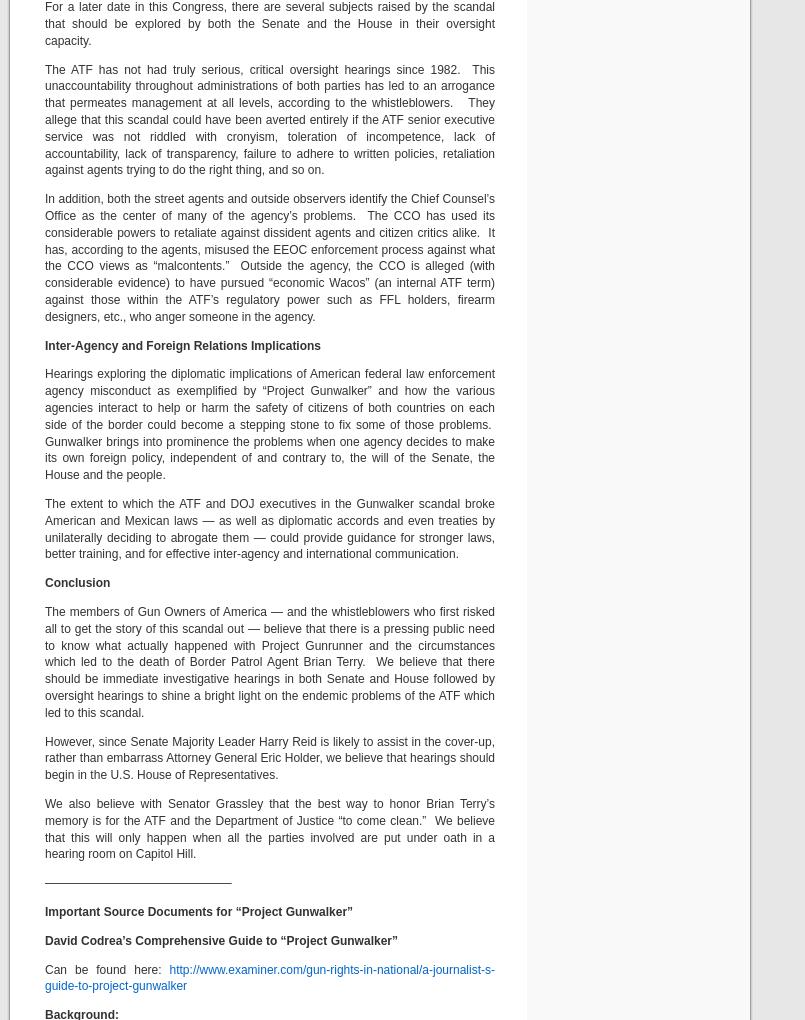  I want to click on 'In addition, both the street agents  and outside observers identify the Chief Counsel’s Office as the center  of many of the agency’s problems.  The CCO has used its considerable  powers to retaliate against dissident agents and citizen critics alike.   It has, according to the agents, misused the EEOC enforcement process  against what the CCO views as “malcontents.”  Outside the agency, the  CCO is alleged (with considerable evidence) to have pursued “economic  Wacos” (an internal ATF term) against those within the ATF’s regulatory  power such as FFL holders, firearm designers, etc., who anger someone in  the agency.', so click(269, 256).